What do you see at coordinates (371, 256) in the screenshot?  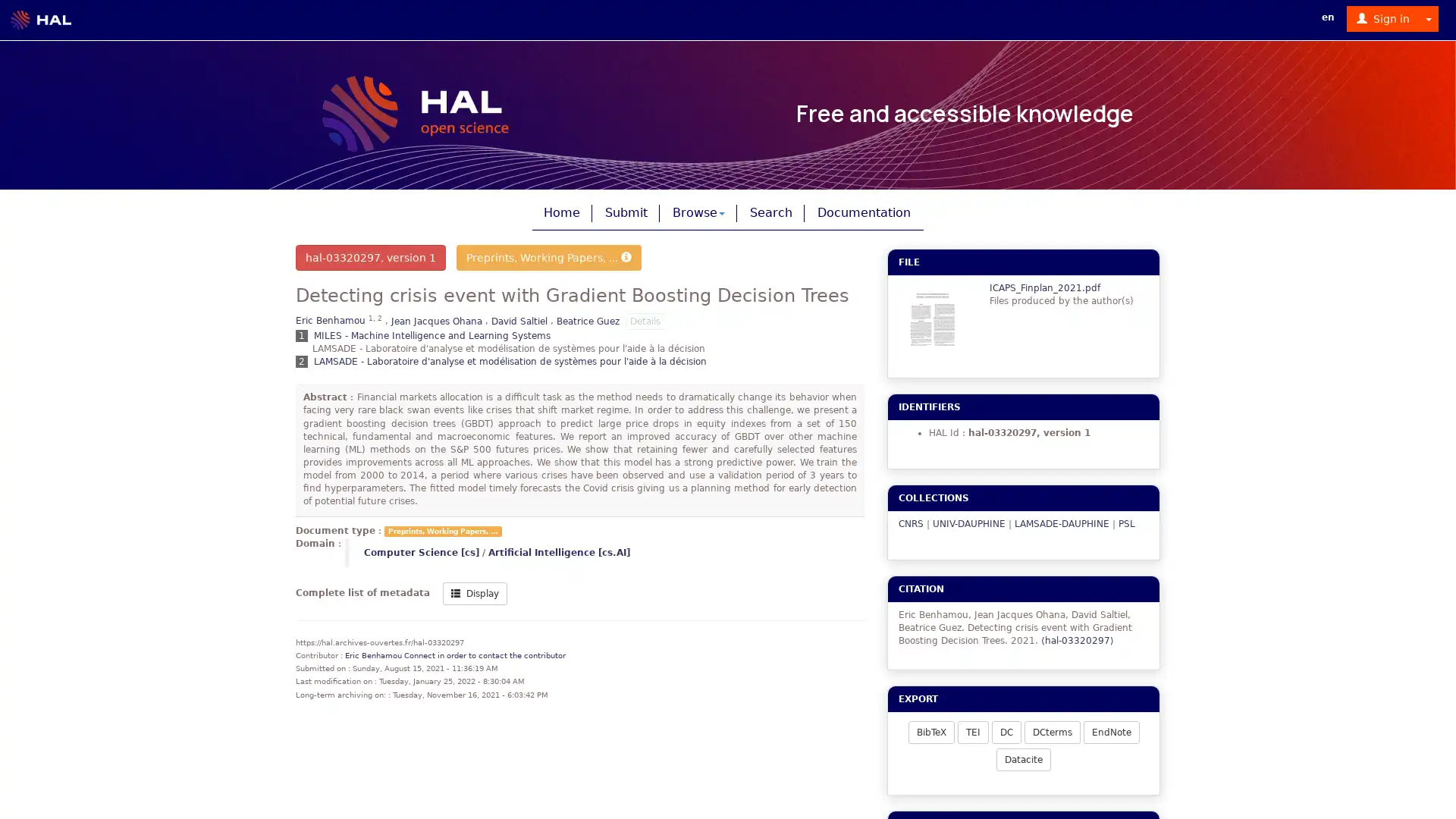 I see `hal-03320297, version 1` at bounding box center [371, 256].